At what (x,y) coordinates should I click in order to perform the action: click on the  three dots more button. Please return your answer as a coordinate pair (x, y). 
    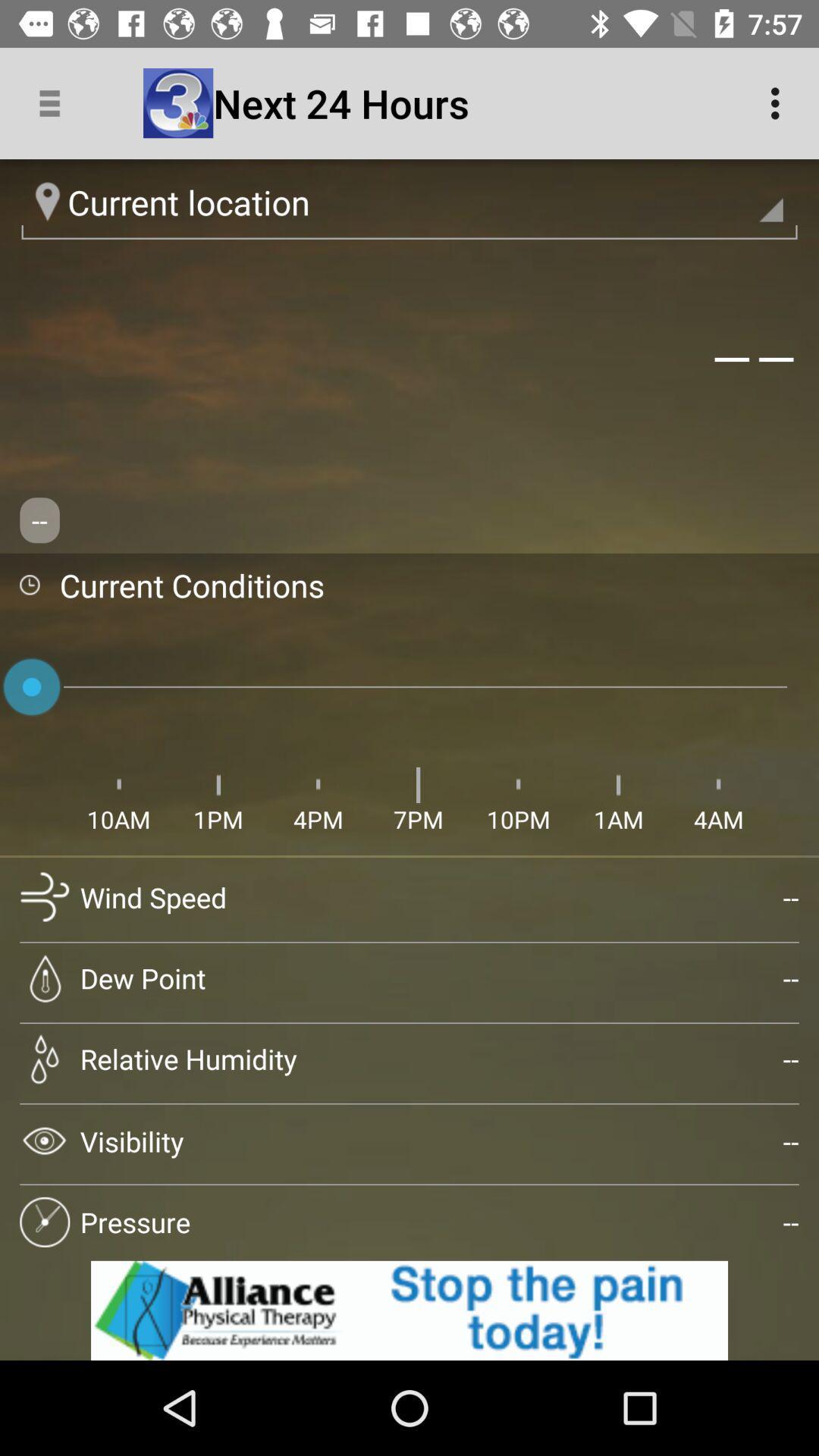
    Looking at the image, I should click on (779, 103).